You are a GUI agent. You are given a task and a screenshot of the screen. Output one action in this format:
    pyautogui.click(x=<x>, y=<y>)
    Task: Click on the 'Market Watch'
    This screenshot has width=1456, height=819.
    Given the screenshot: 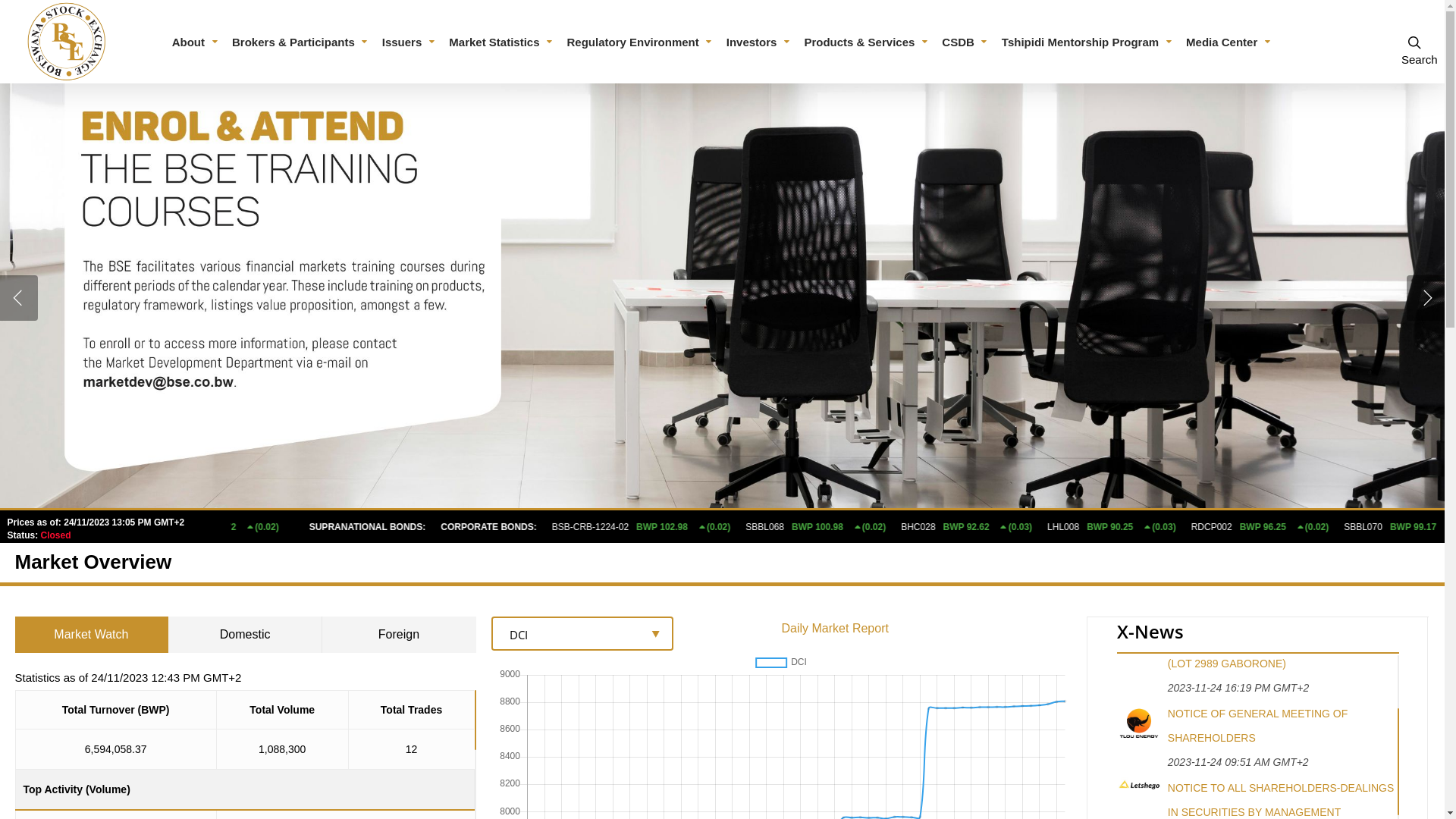 What is the action you would take?
    pyautogui.click(x=91, y=635)
    